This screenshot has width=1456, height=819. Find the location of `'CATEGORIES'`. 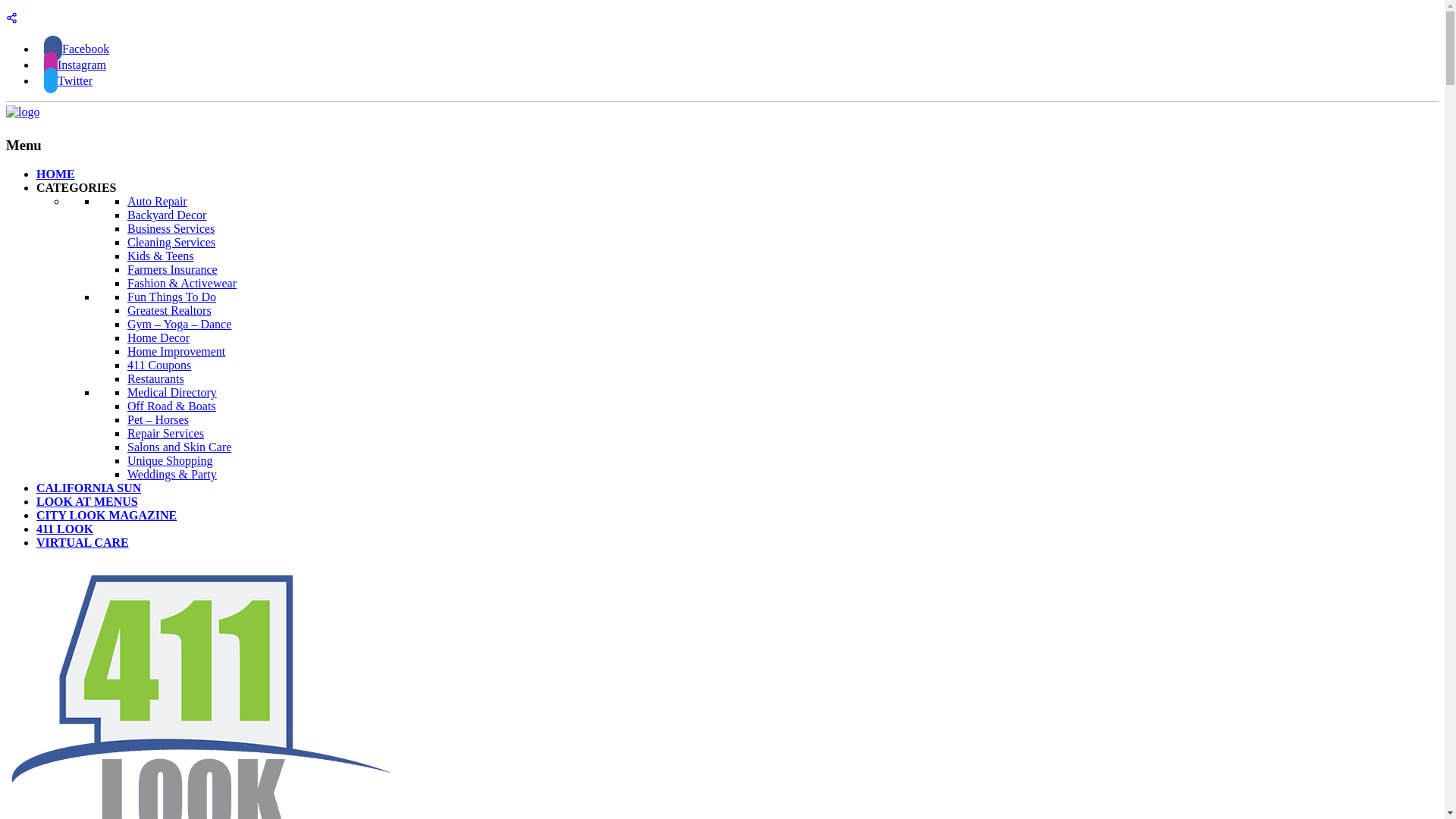

'CATEGORIES' is located at coordinates (36, 187).